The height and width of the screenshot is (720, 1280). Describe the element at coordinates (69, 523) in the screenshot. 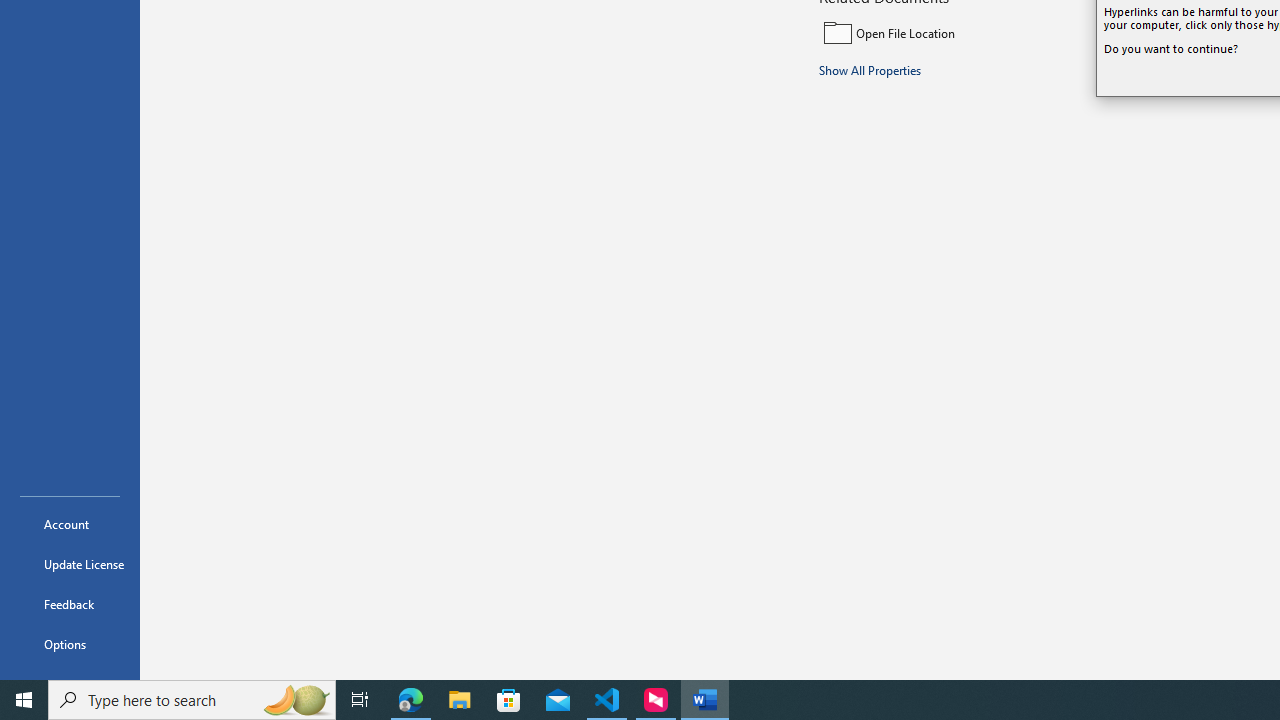

I see `'Account'` at that location.